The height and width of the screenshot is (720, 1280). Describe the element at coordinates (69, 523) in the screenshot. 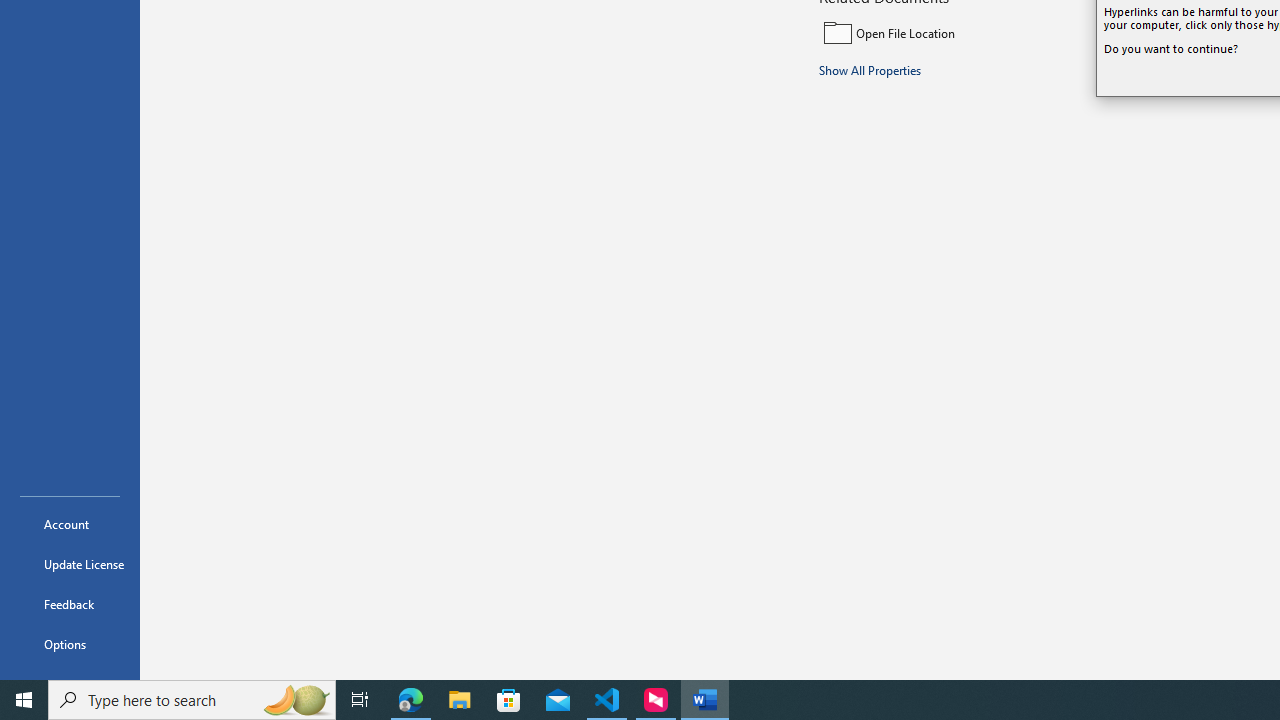

I see `'Account'` at that location.